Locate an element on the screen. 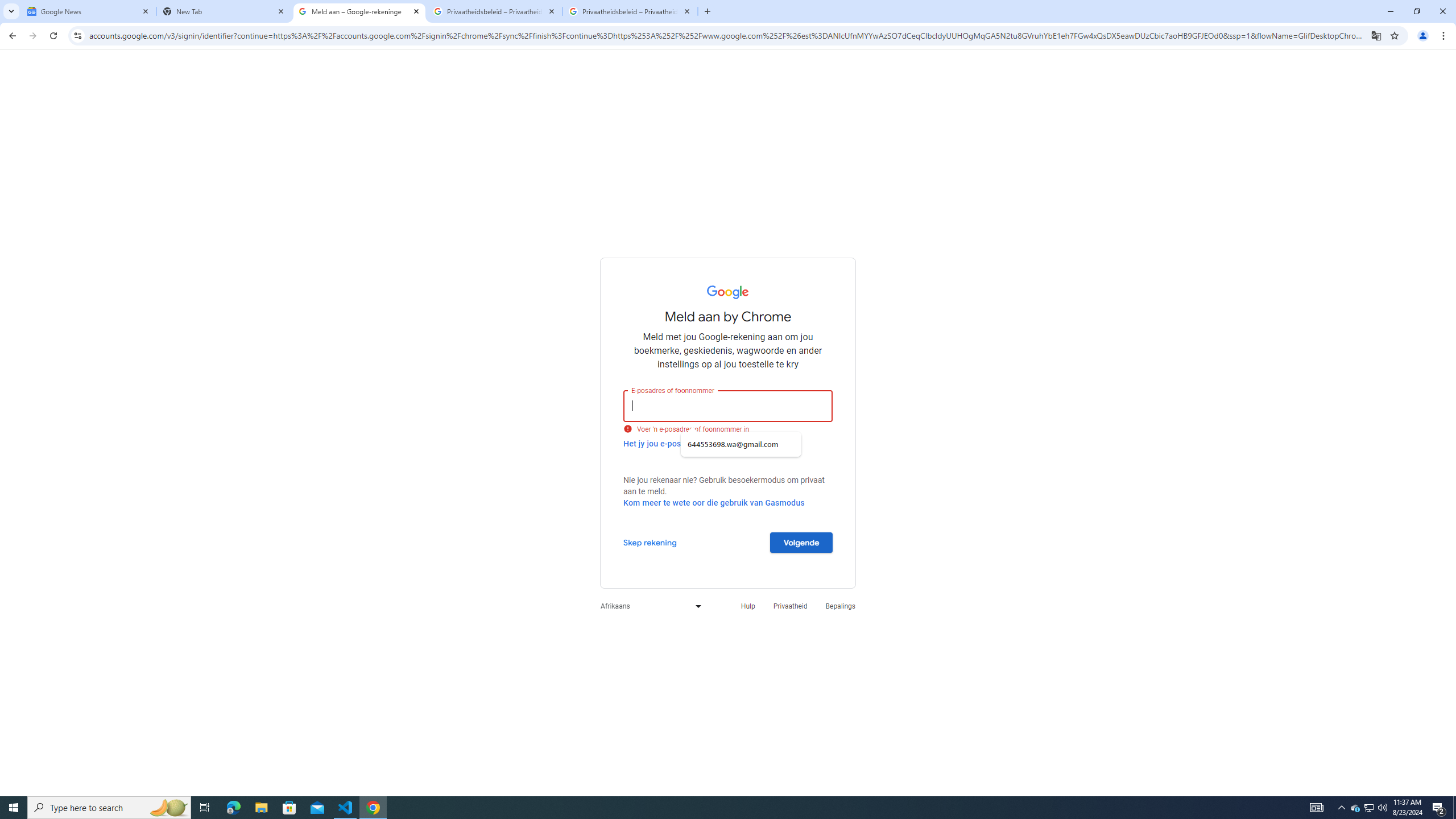 This screenshot has height=819, width=1456. 'Skep rekening' is located at coordinates (650, 542).